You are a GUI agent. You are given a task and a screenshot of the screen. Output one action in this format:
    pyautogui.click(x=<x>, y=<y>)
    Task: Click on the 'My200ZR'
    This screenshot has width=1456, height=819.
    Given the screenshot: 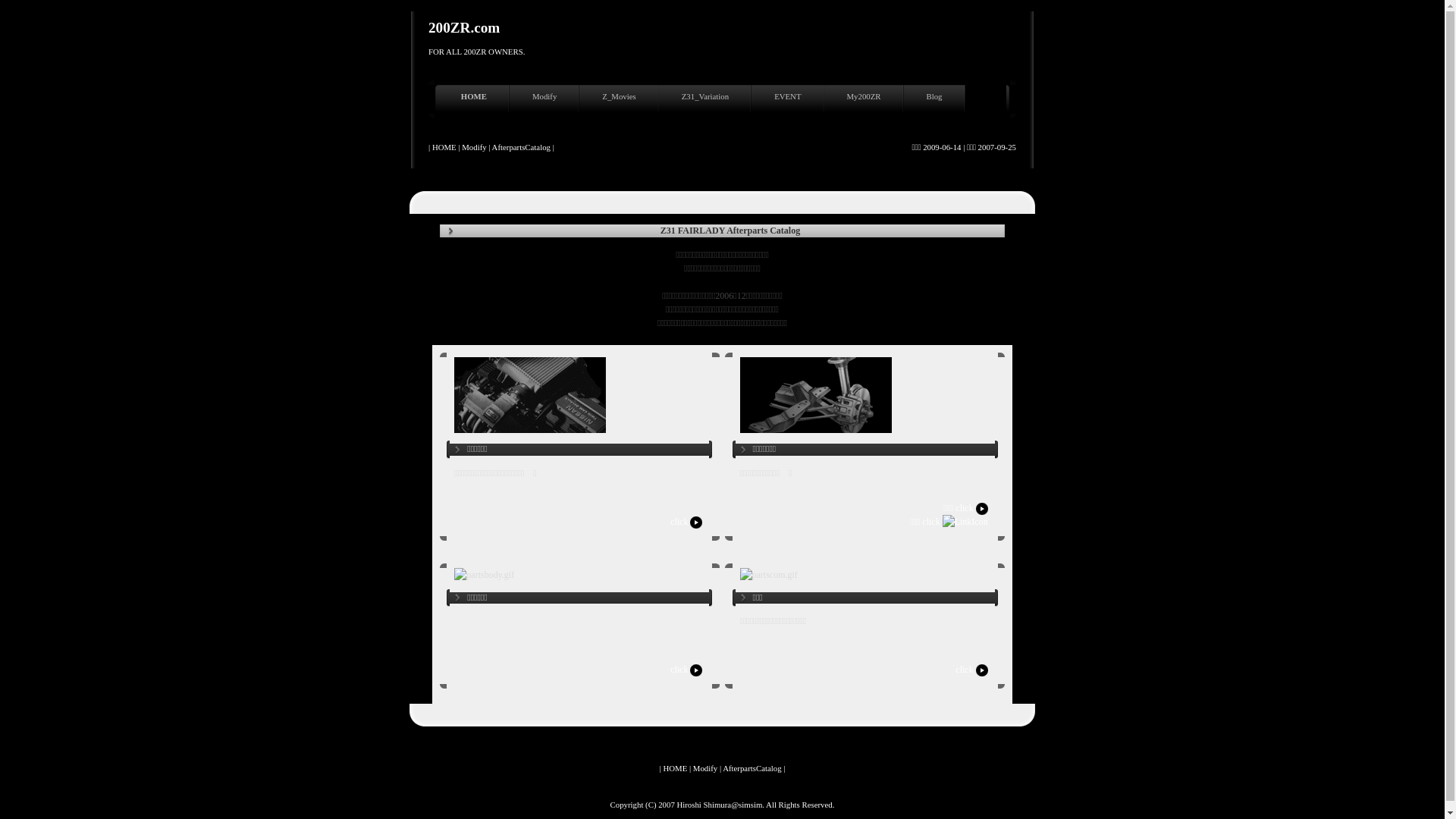 What is the action you would take?
    pyautogui.click(x=866, y=99)
    